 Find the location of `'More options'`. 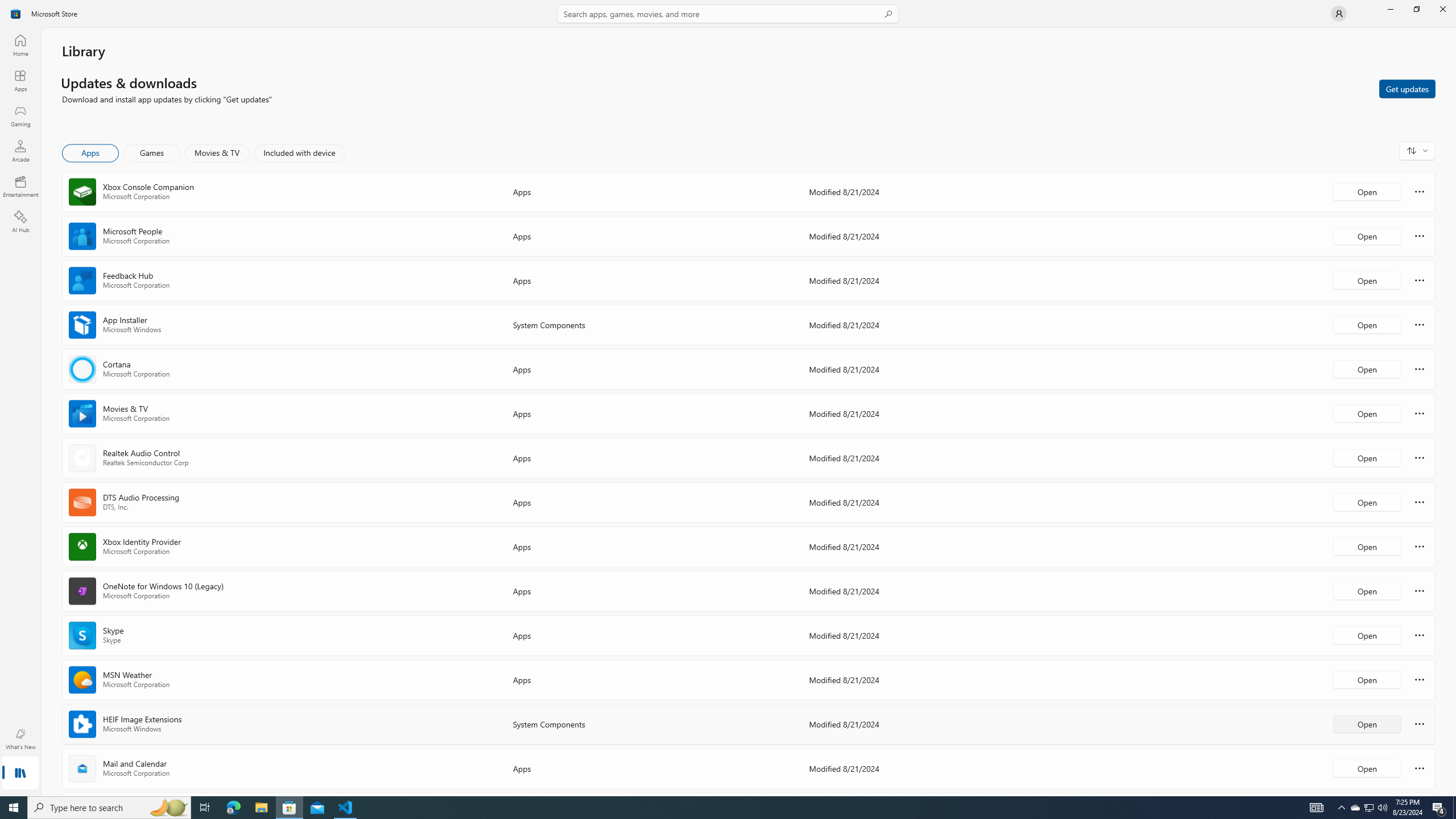

'More options' is located at coordinates (1419, 767).